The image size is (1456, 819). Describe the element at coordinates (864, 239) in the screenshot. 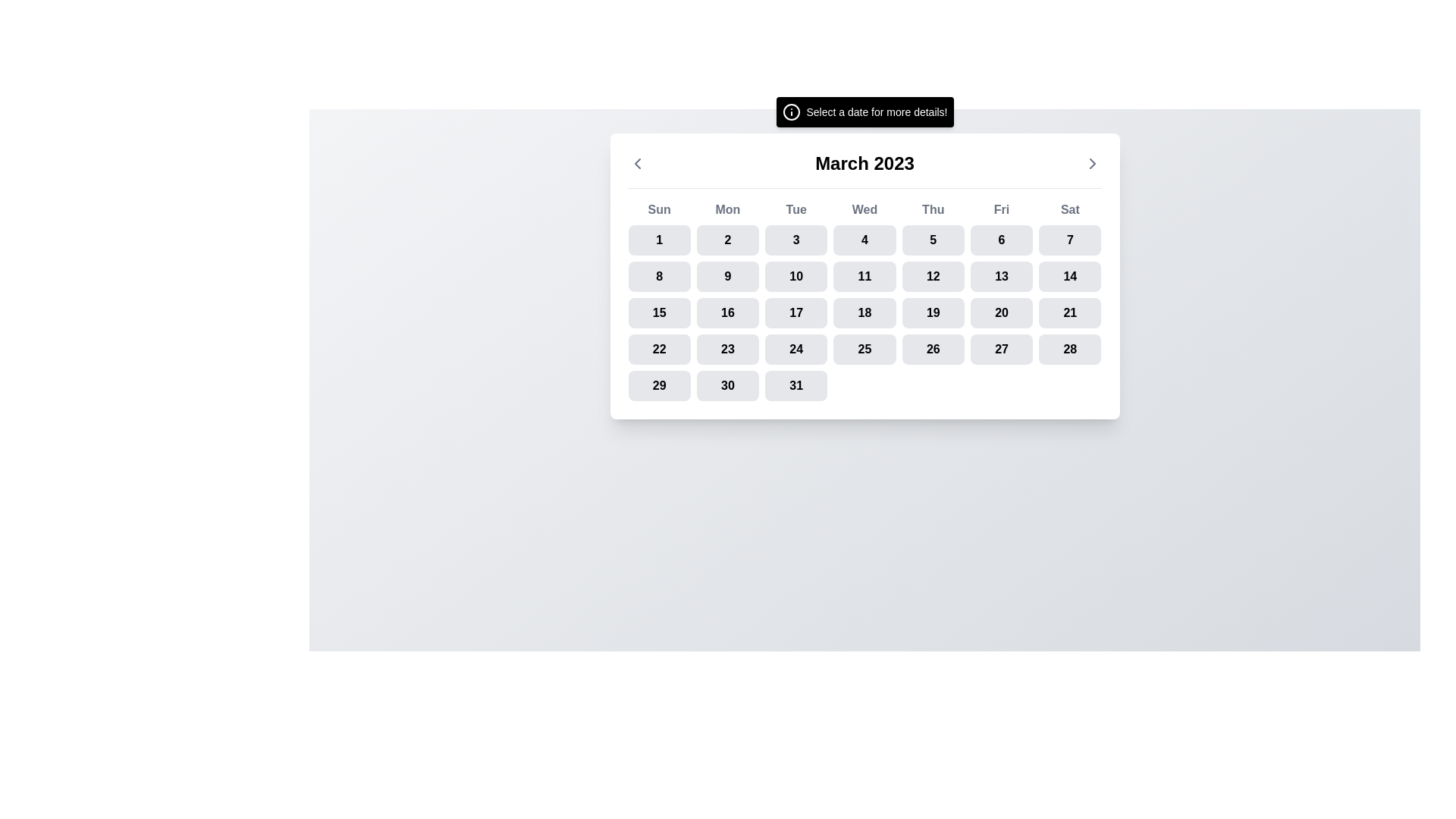

I see `the rounded rectangular button with a light gray background containing the number '4'` at that location.